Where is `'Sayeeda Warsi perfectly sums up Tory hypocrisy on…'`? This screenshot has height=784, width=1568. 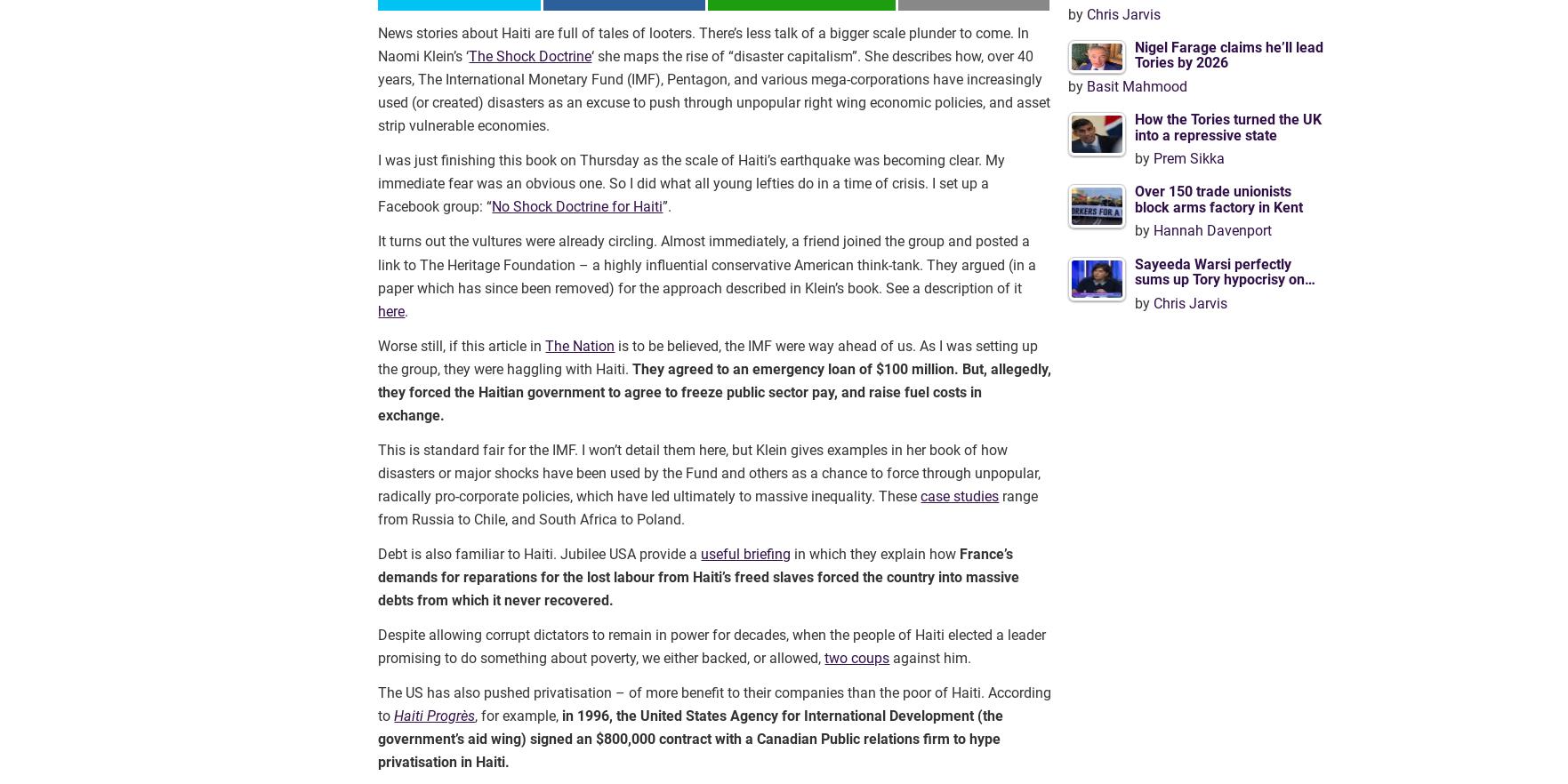
'Sayeeda Warsi perfectly sums up Tory hypocrisy on…' is located at coordinates (1223, 270).